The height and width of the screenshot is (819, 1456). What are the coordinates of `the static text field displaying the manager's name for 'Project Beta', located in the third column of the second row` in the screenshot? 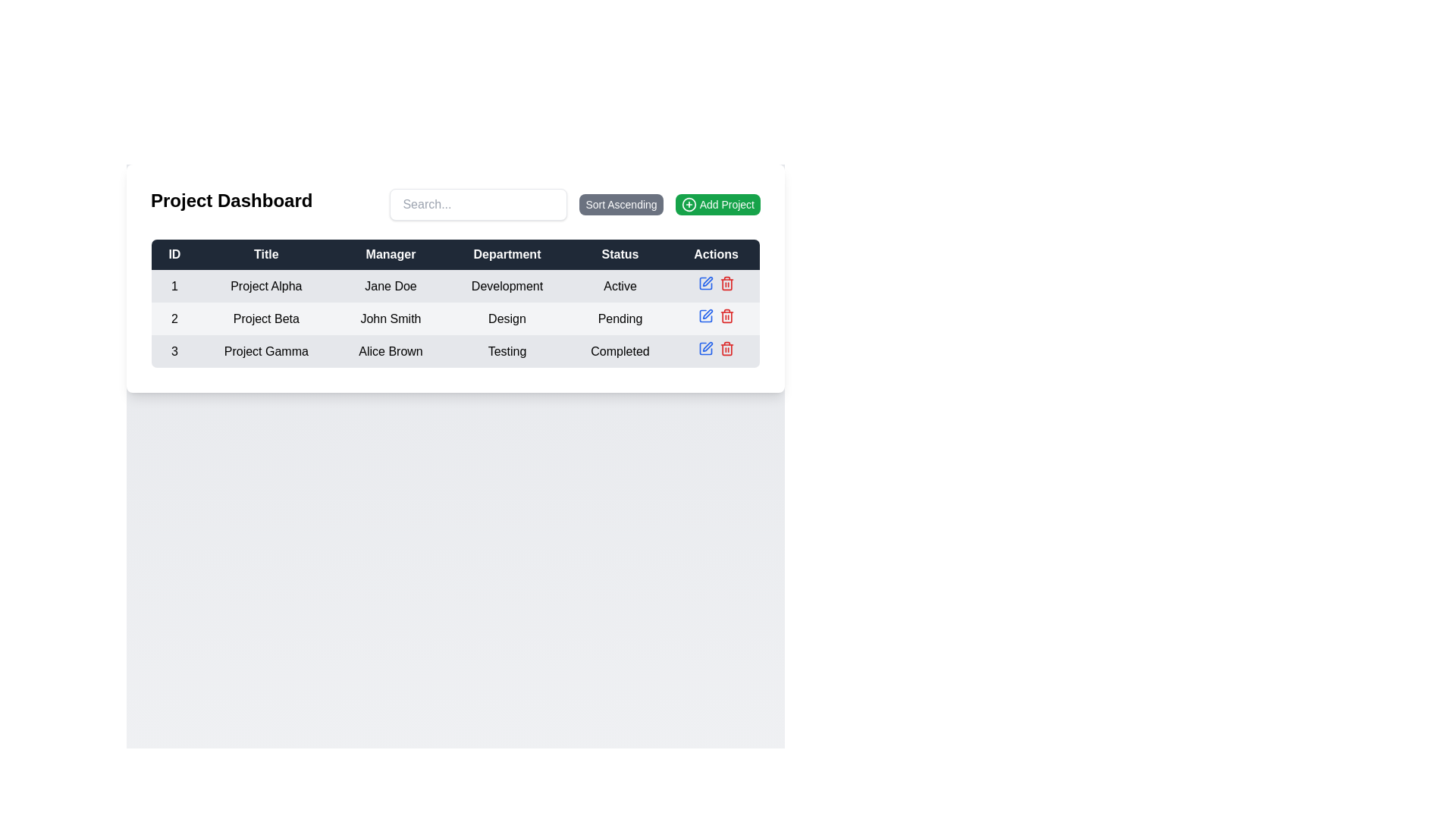 It's located at (391, 318).